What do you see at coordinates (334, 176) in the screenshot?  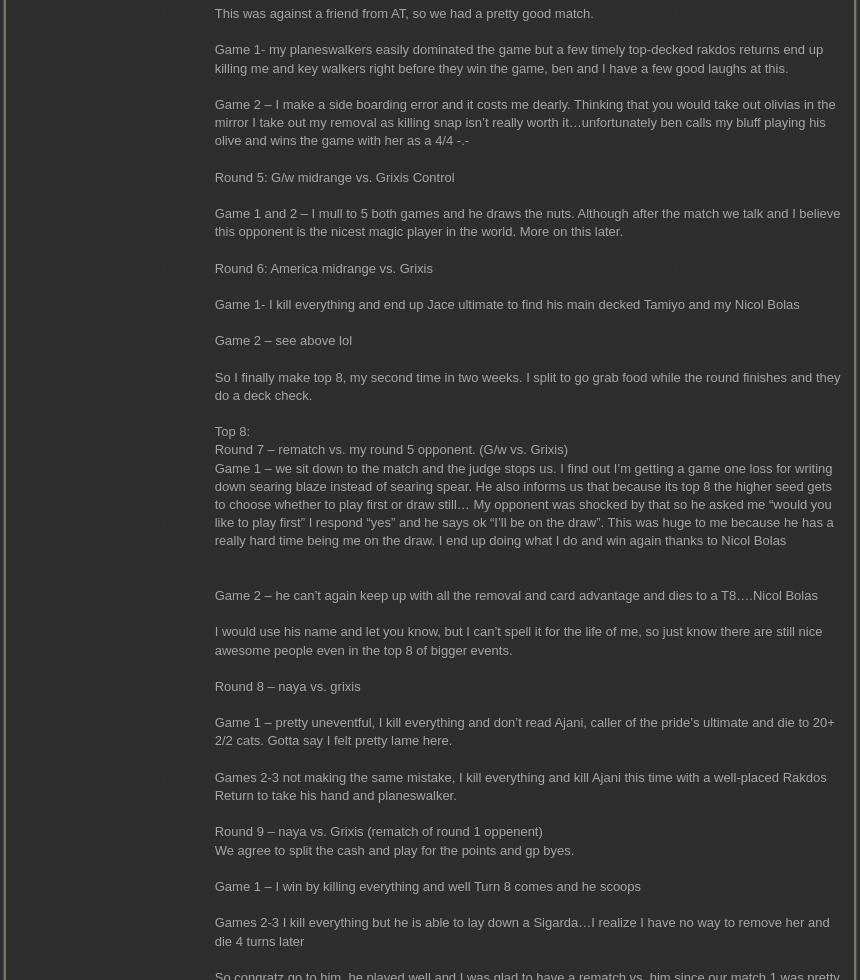 I see `'Round 5: G/w midrange vs. Grixis Control'` at bounding box center [334, 176].